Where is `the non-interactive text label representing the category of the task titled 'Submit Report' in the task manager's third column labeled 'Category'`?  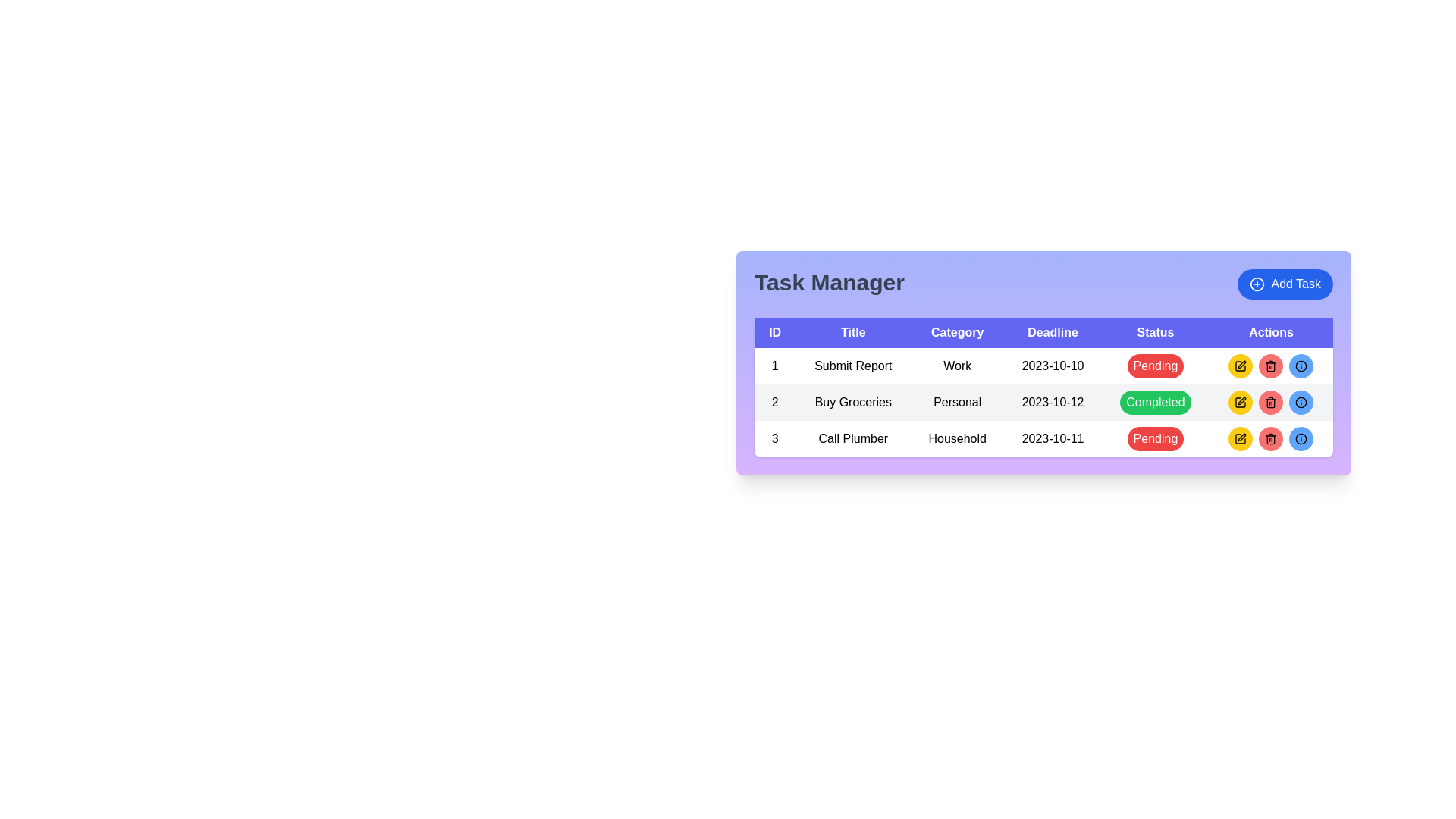
the non-interactive text label representing the category of the task titled 'Submit Report' in the task manager's third column labeled 'Category' is located at coordinates (956, 366).